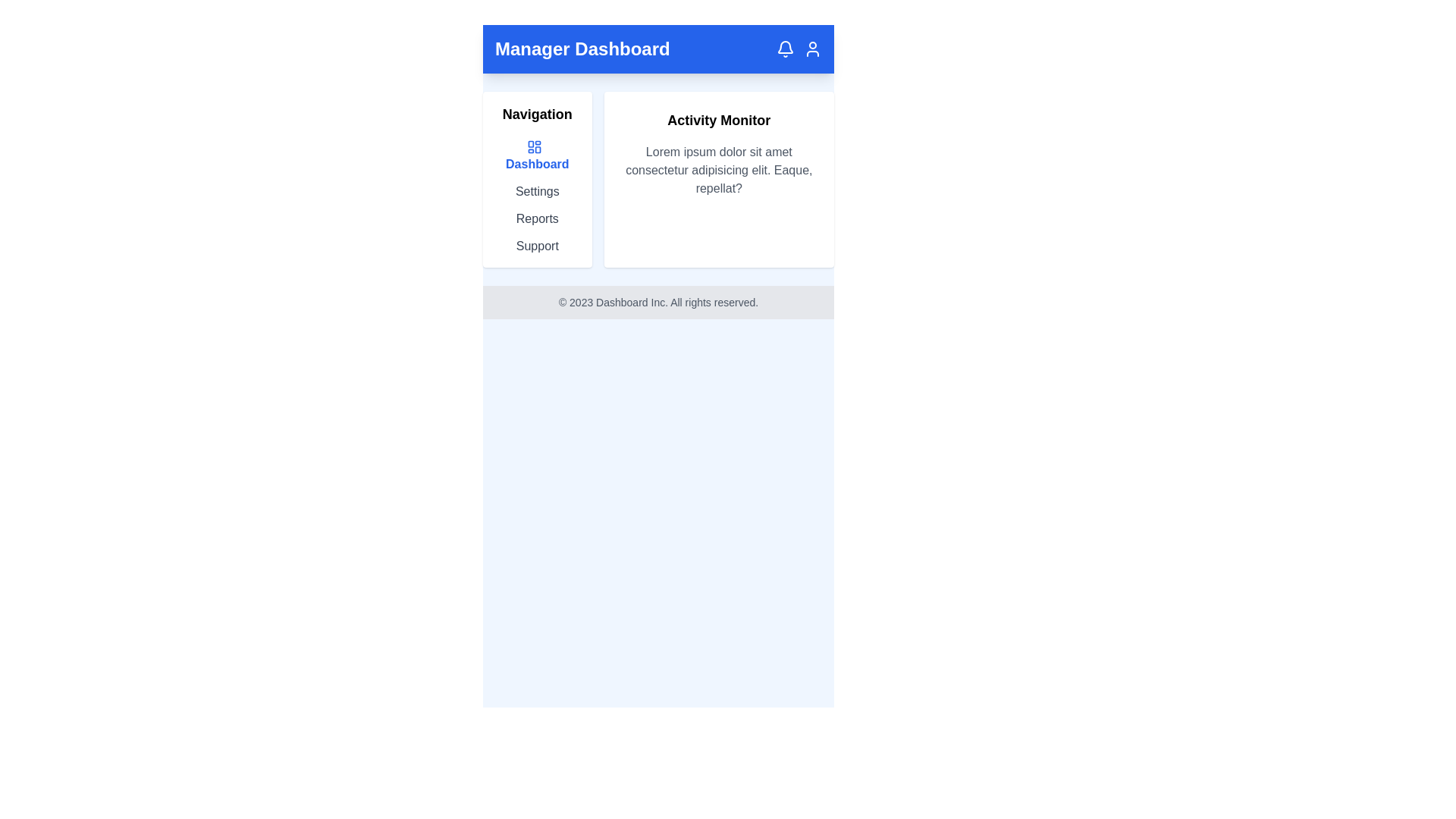  Describe the element at coordinates (811, 49) in the screenshot. I see `the user profile outline icon located in the top-right corner of the blue navigation bar to observe style changes` at that location.